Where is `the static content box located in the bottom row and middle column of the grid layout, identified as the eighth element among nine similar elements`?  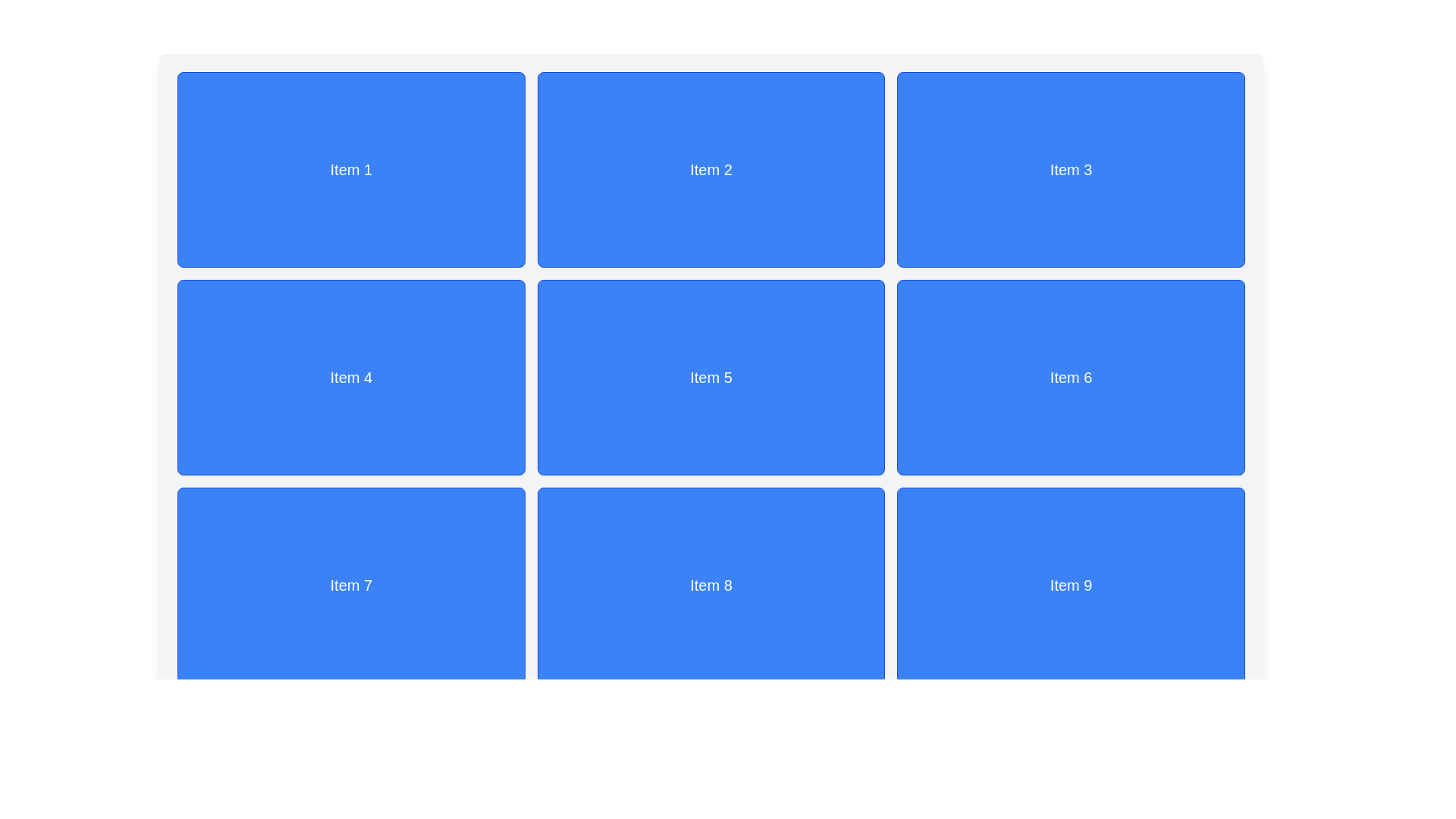 the static content box located in the bottom row and middle column of the grid layout, identified as the eighth element among nine similar elements is located at coordinates (710, 584).